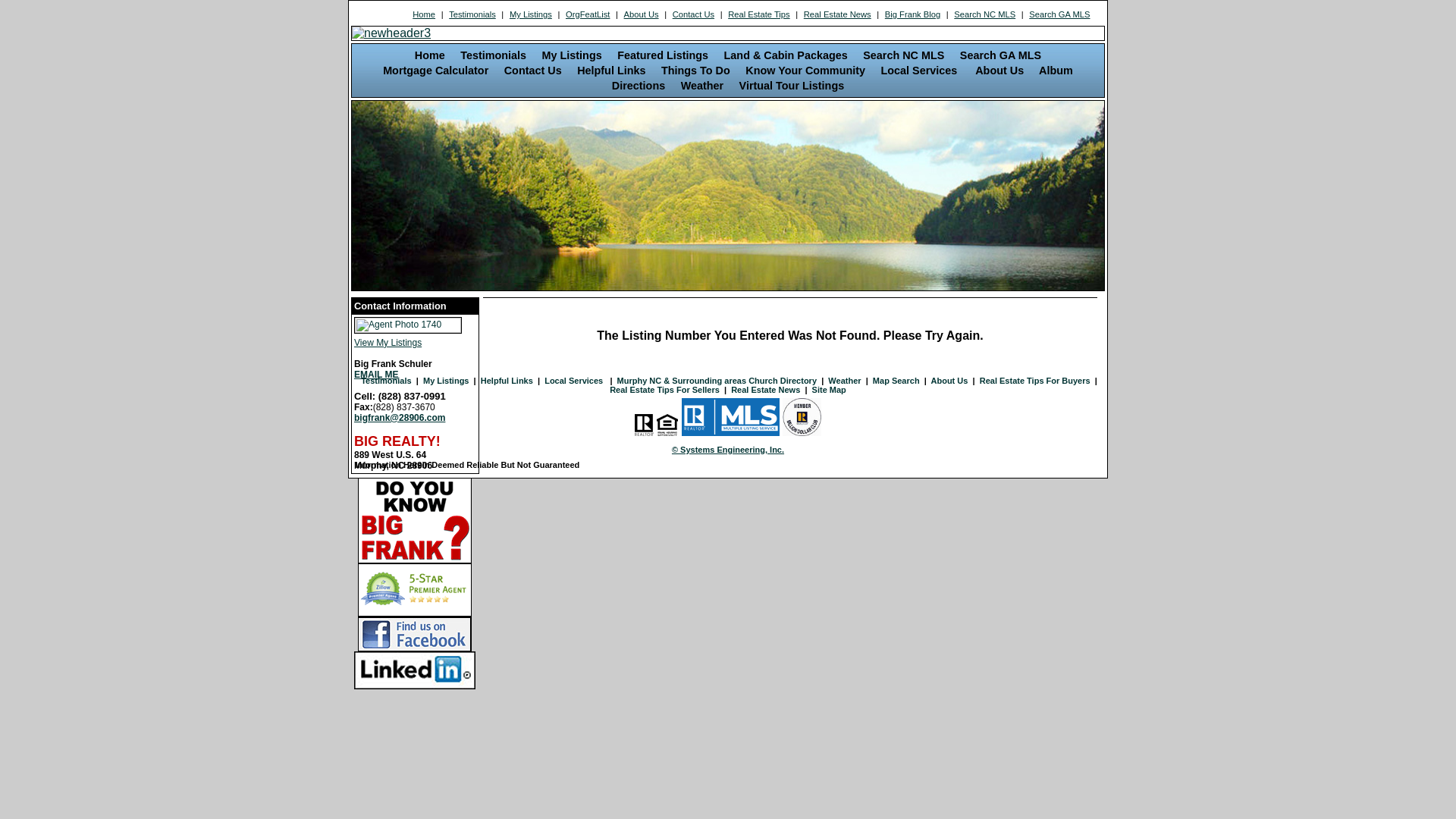 This screenshot has width=1456, height=819. I want to click on 'Search NC MLS', so click(903, 55).